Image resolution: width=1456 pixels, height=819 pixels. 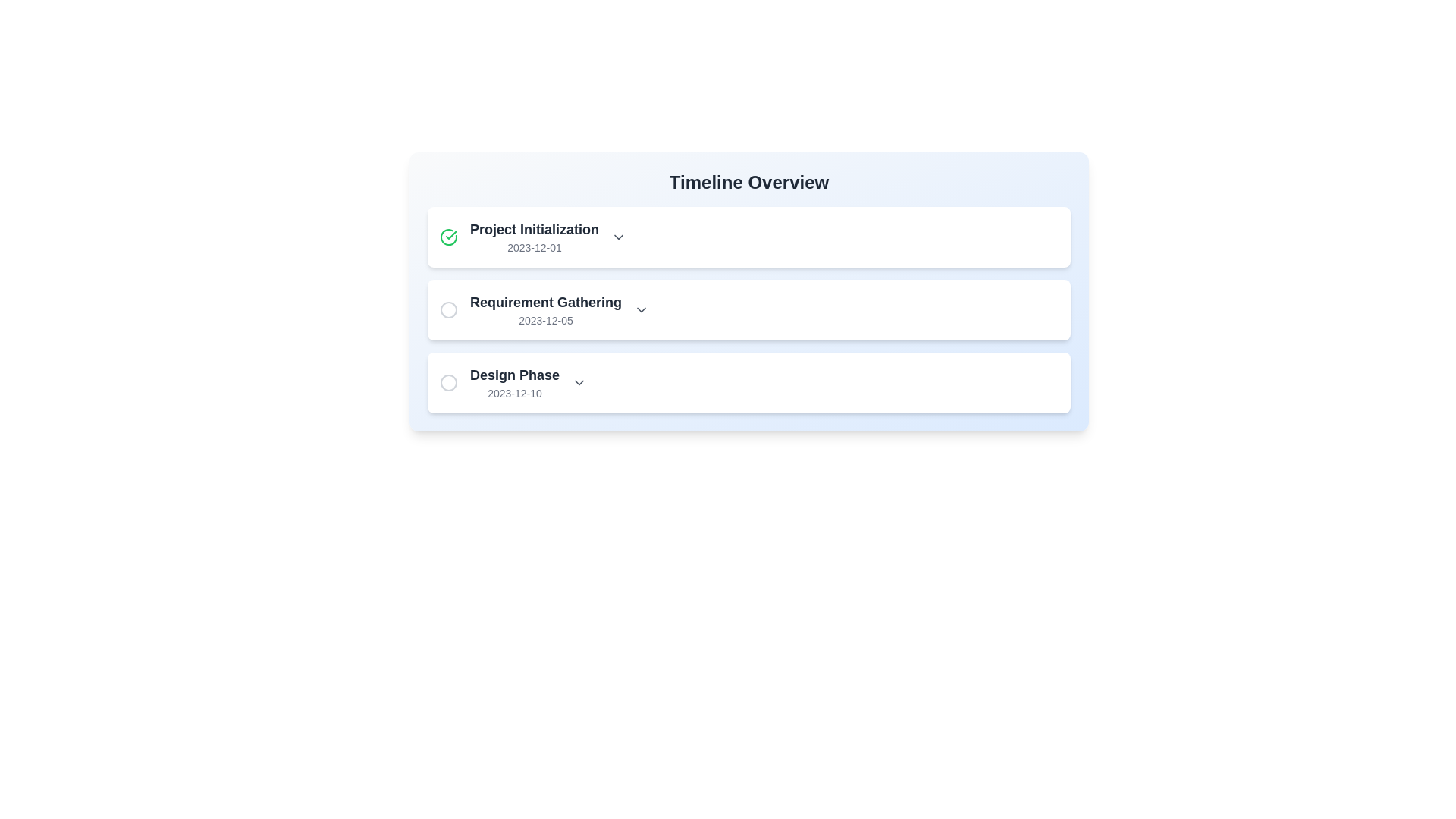 What do you see at coordinates (578, 382) in the screenshot?
I see `the chevron-down icon used as a dropdown toggle` at bounding box center [578, 382].